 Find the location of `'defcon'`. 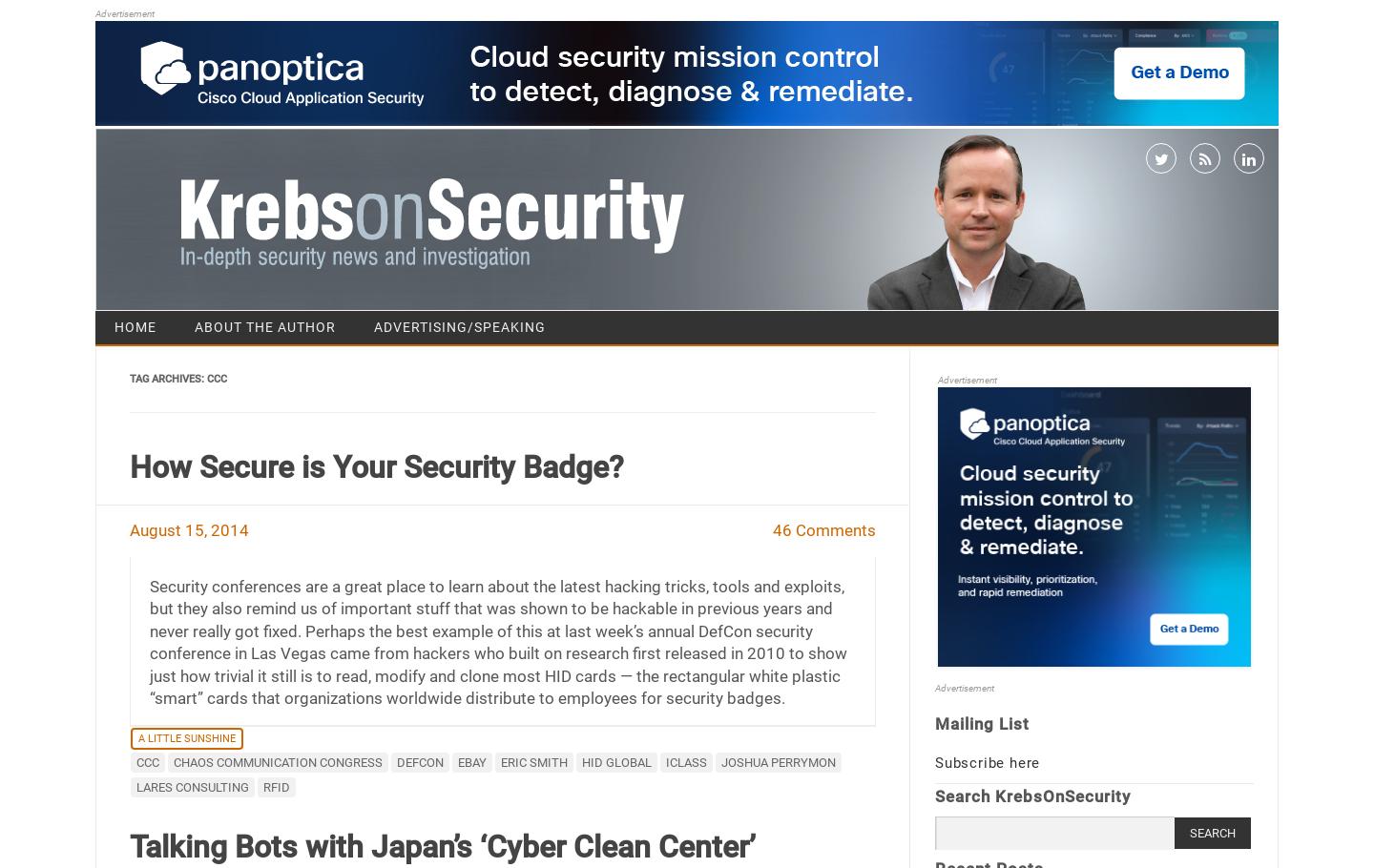

'defcon' is located at coordinates (419, 760).